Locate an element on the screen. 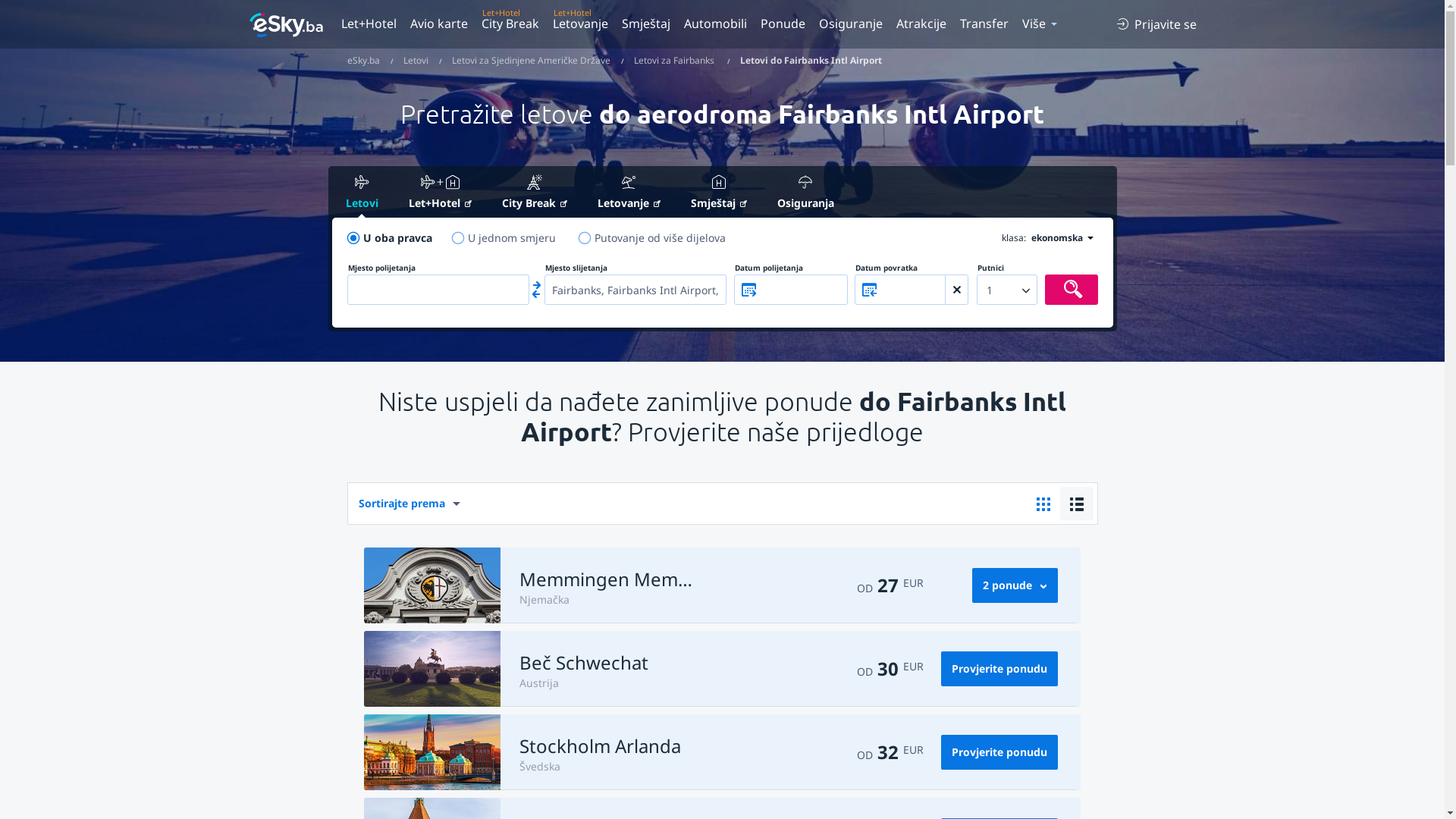 The width and height of the screenshot is (1456, 819). 'Provjerite ponudu' is located at coordinates (999, 668).